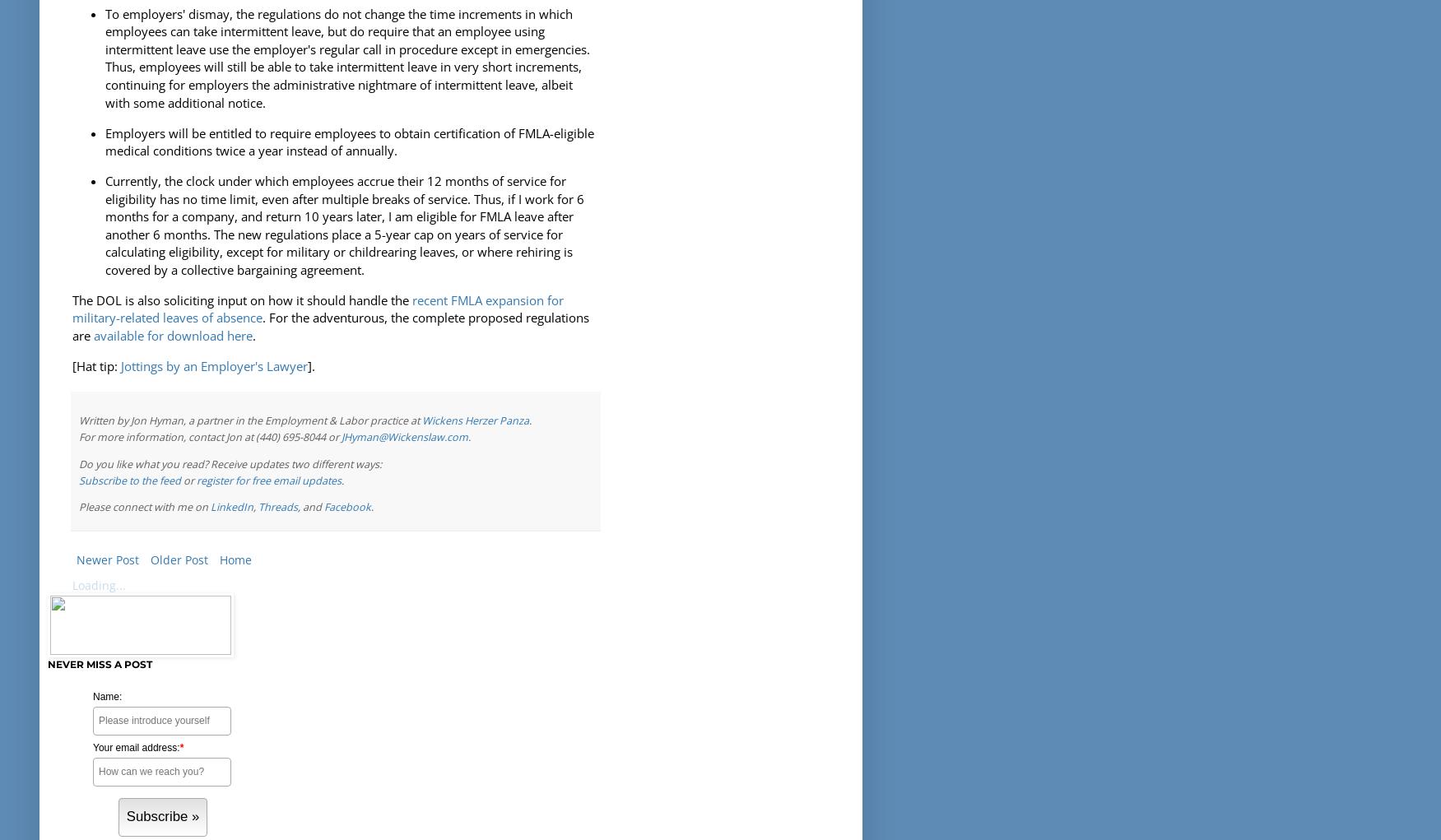 The height and width of the screenshot is (840, 1441). What do you see at coordinates (404, 436) in the screenshot?
I see `'JHyman@Wickenslaw.com'` at bounding box center [404, 436].